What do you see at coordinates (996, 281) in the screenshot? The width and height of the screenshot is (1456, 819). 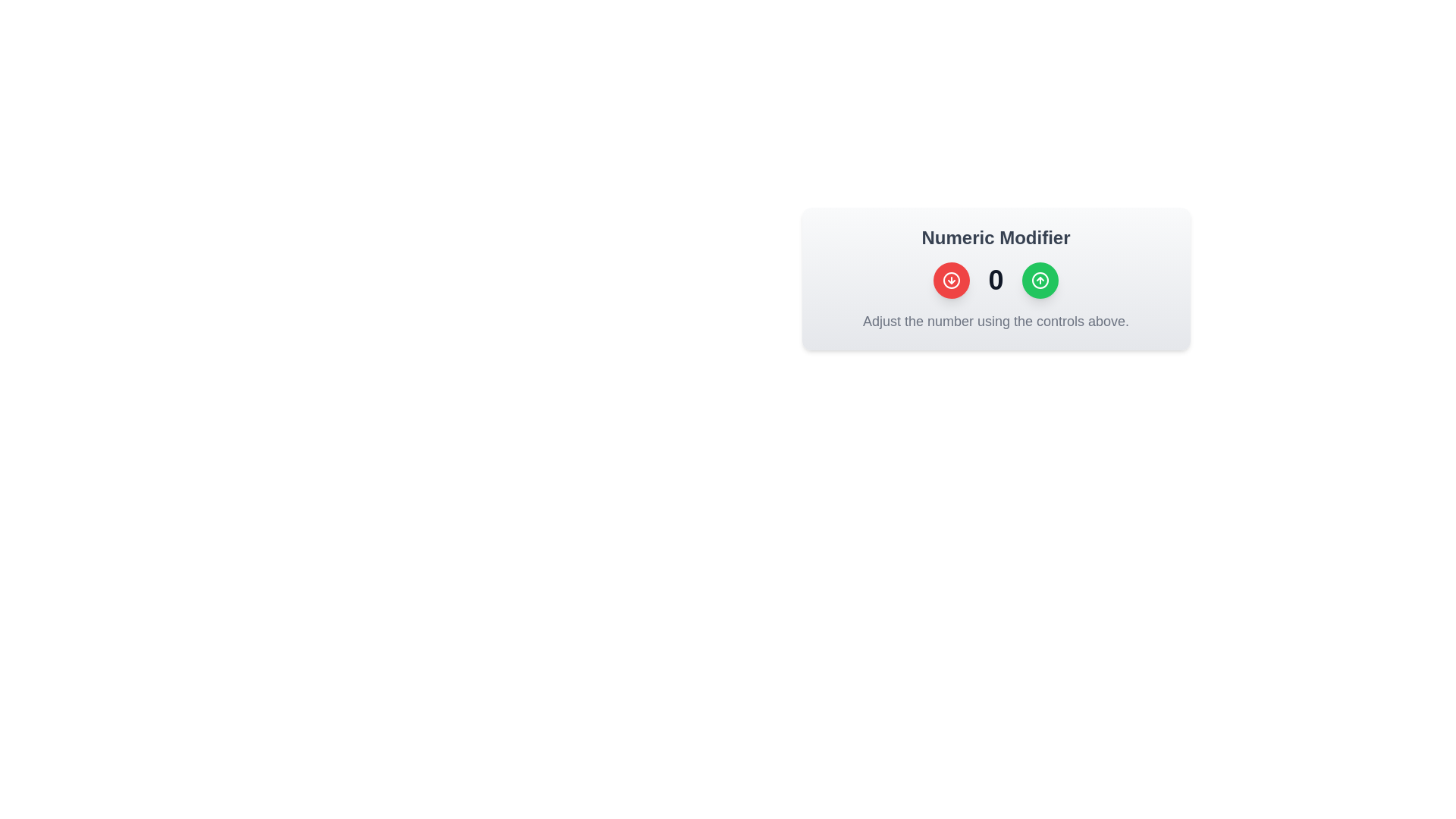 I see `displayed number '0' from the bold, large-sized numeric label rendered in grayish-black color, positioned centrally with increment and decrement buttons adjacent to it` at bounding box center [996, 281].